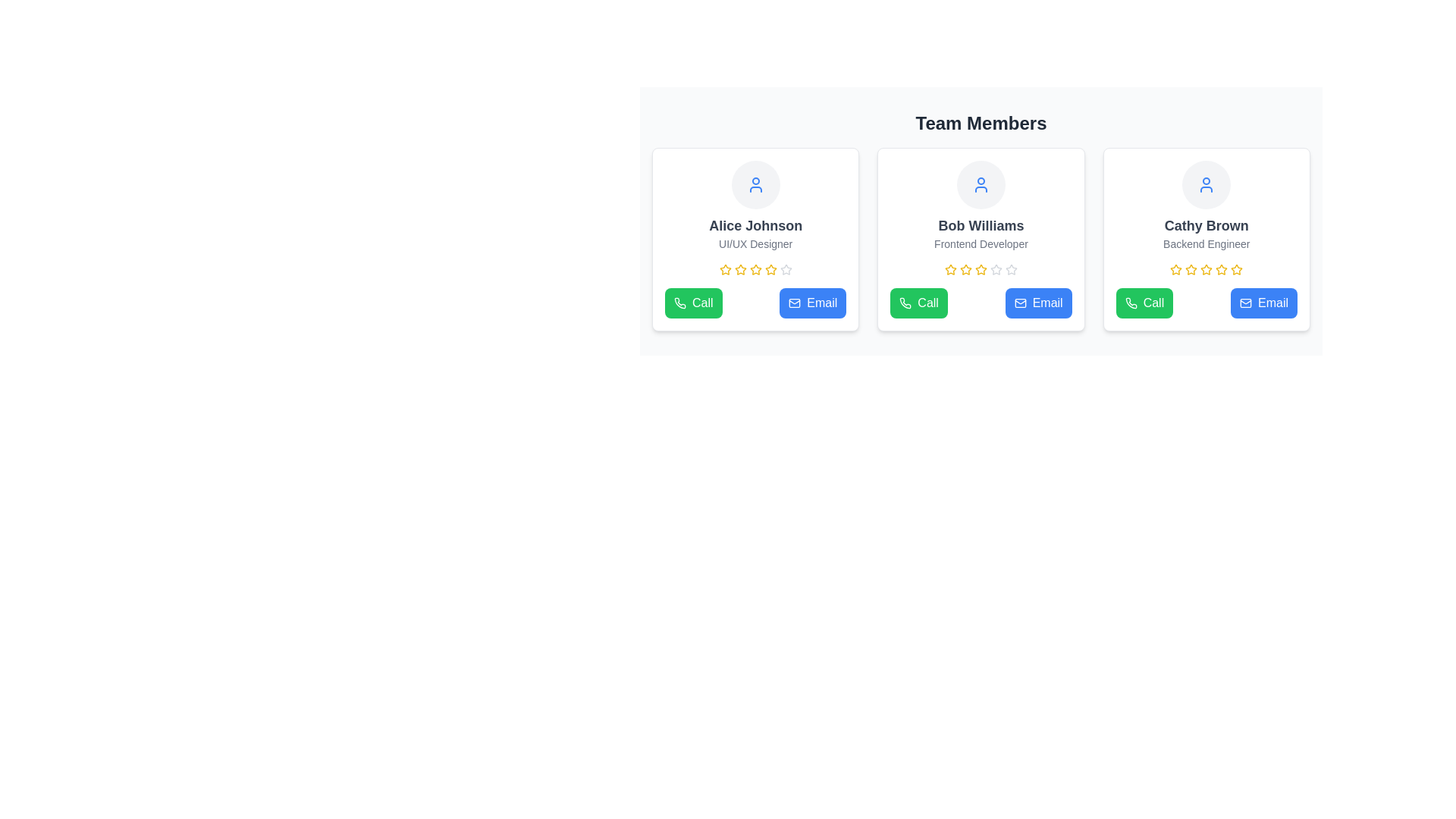  I want to click on the Profile Icon representing user 'Alice Johnson', which is a circular icon with a blue color and gray background located in the first card of the team member list, so click(755, 184).